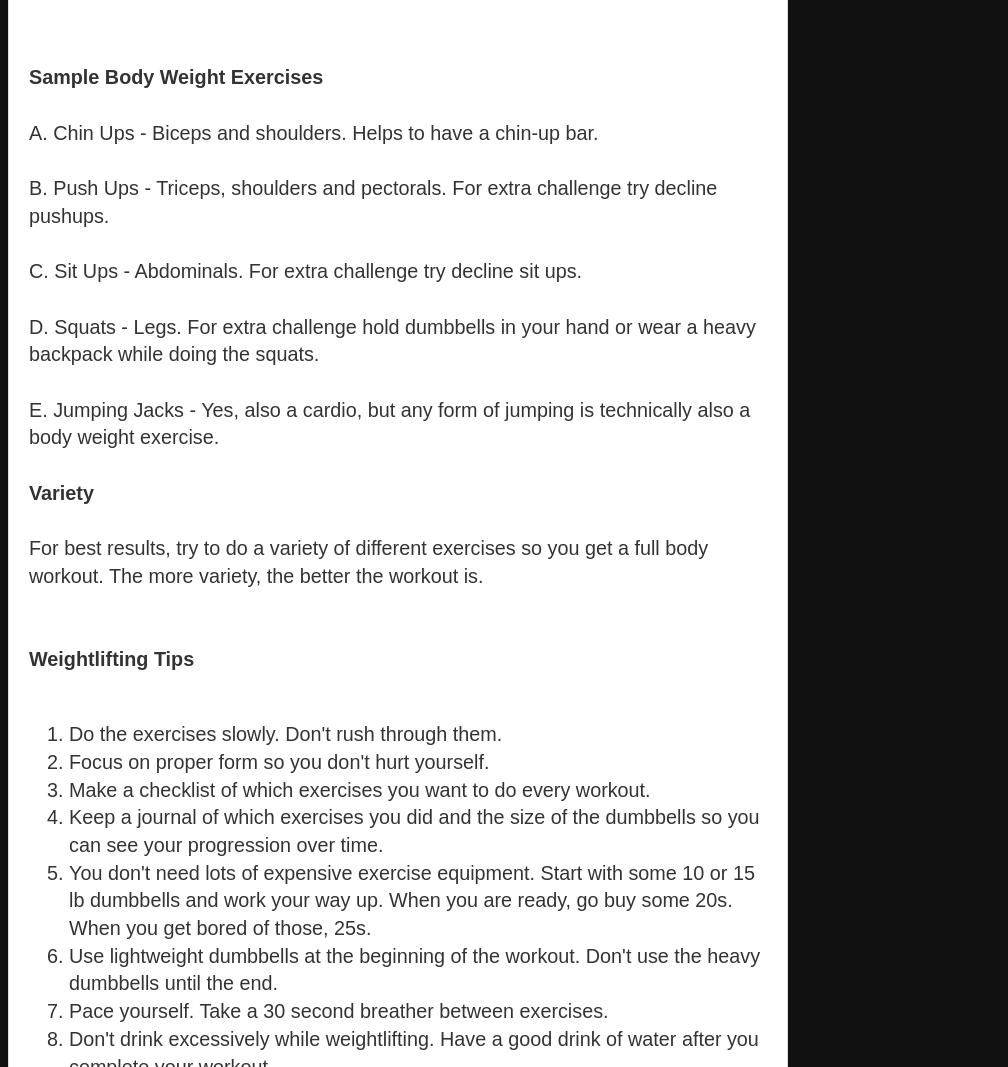 Image resolution: width=1008 pixels, height=1067 pixels. Describe the element at coordinates (389, 421) in the screenshot. I see `'E. Jumping Jacks - Yes, also a cardio, but any form of jumping is technically also a body weight exercise.'` at that location.